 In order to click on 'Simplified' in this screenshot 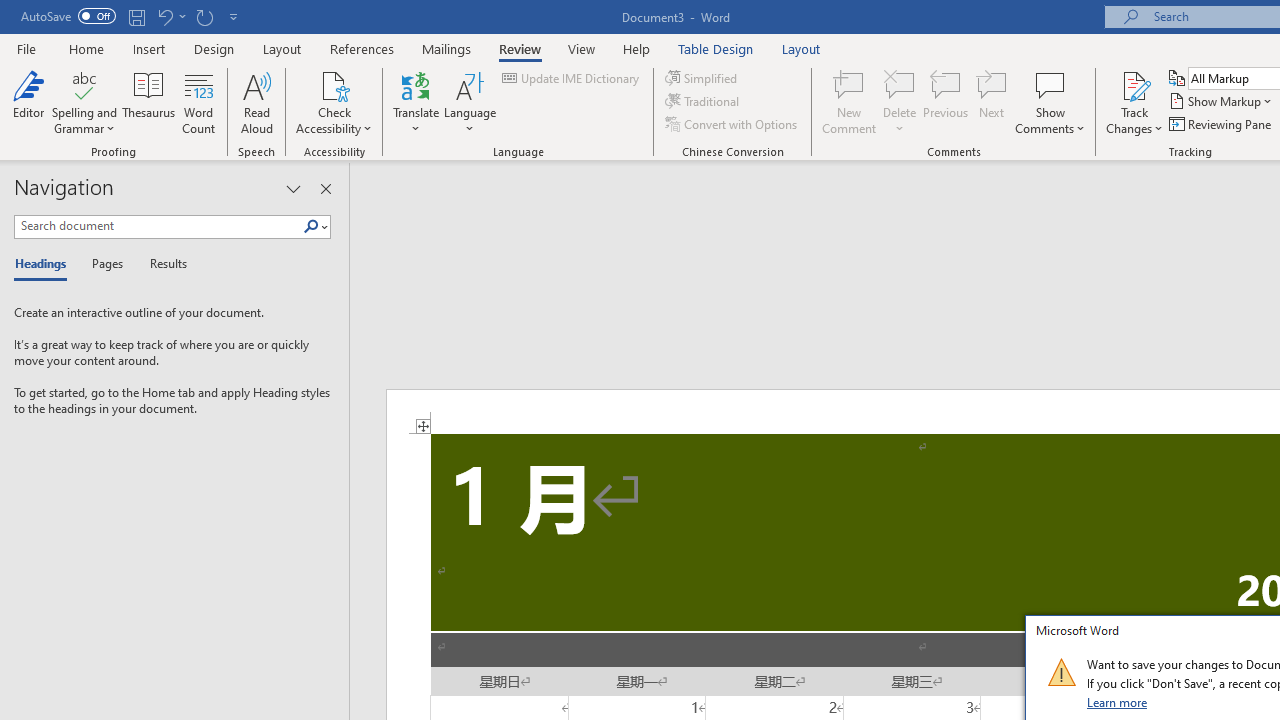, I will do `click(702, 77)`.